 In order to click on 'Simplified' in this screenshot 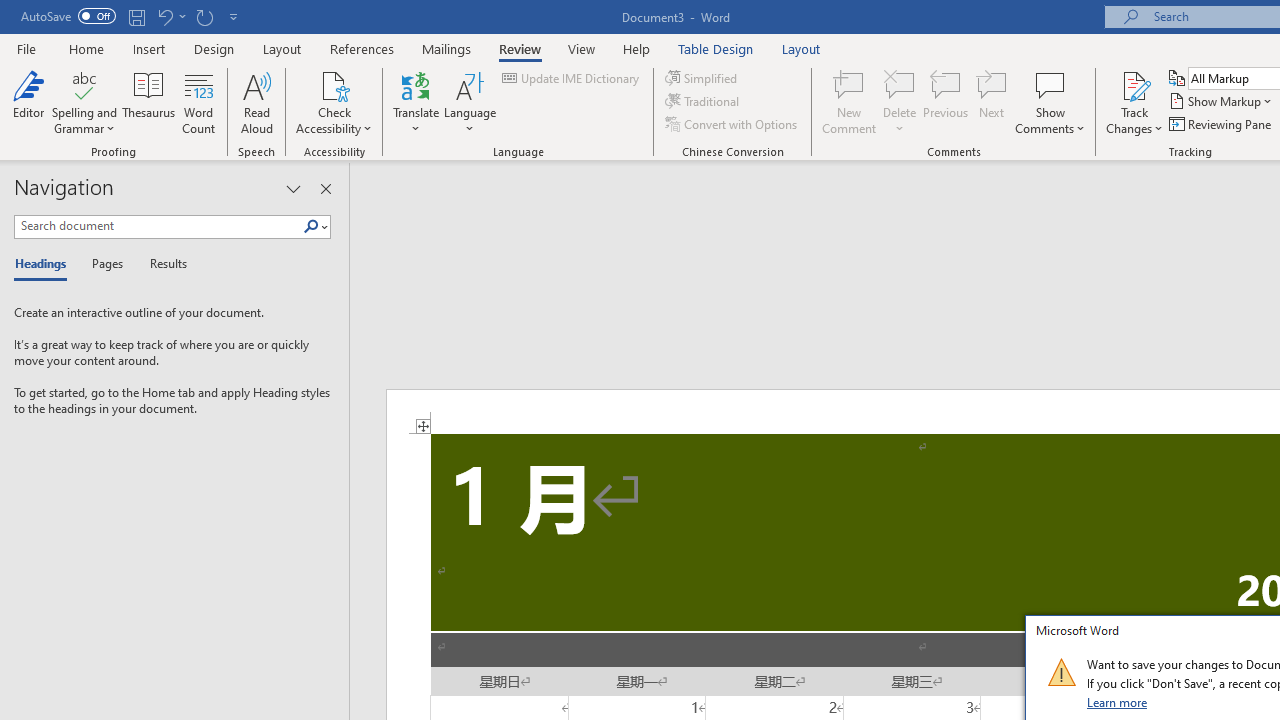, I will do `click(702, 77)`.